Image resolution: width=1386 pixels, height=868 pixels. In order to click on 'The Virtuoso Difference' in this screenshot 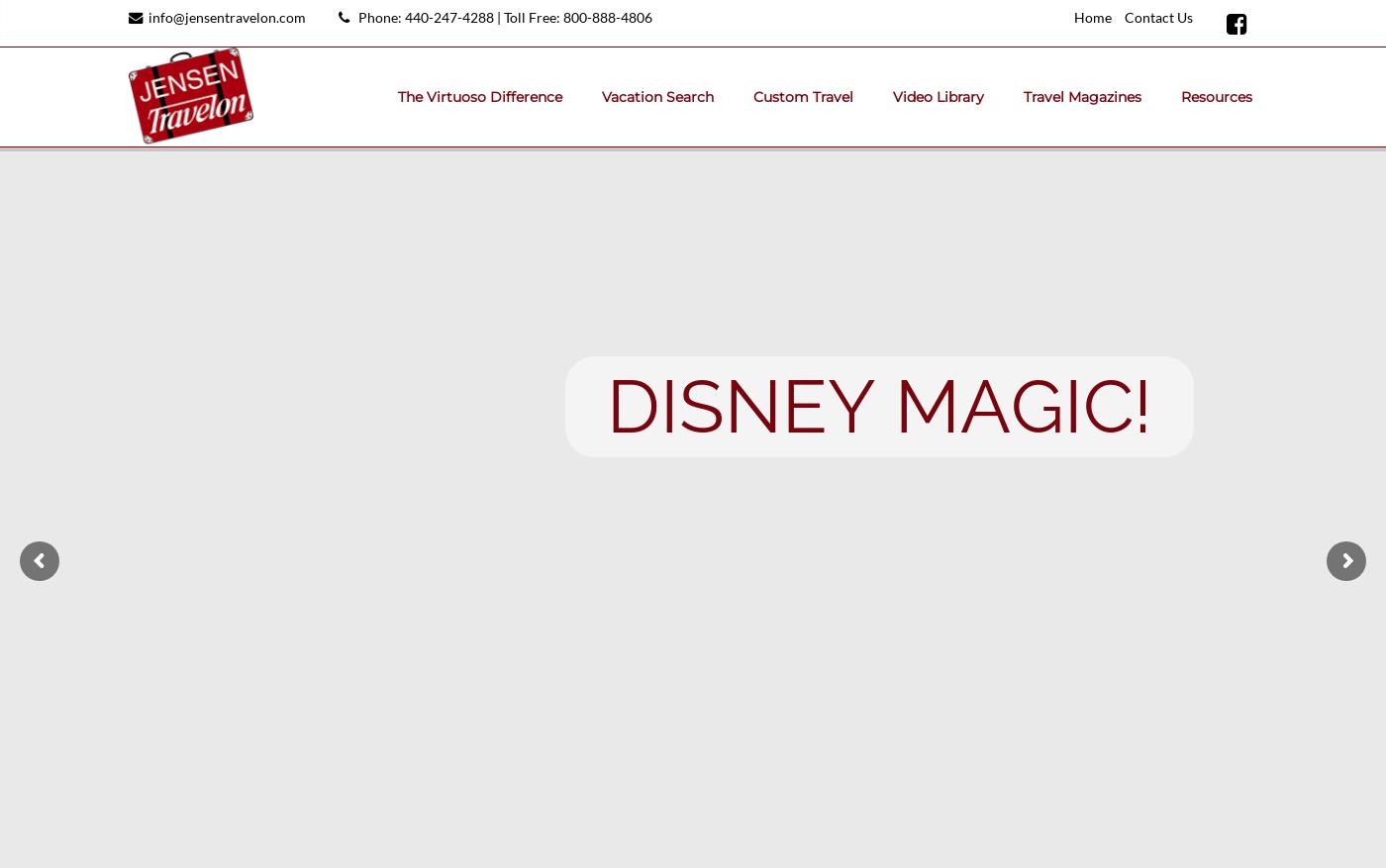, I will do `click(479, 96)`.